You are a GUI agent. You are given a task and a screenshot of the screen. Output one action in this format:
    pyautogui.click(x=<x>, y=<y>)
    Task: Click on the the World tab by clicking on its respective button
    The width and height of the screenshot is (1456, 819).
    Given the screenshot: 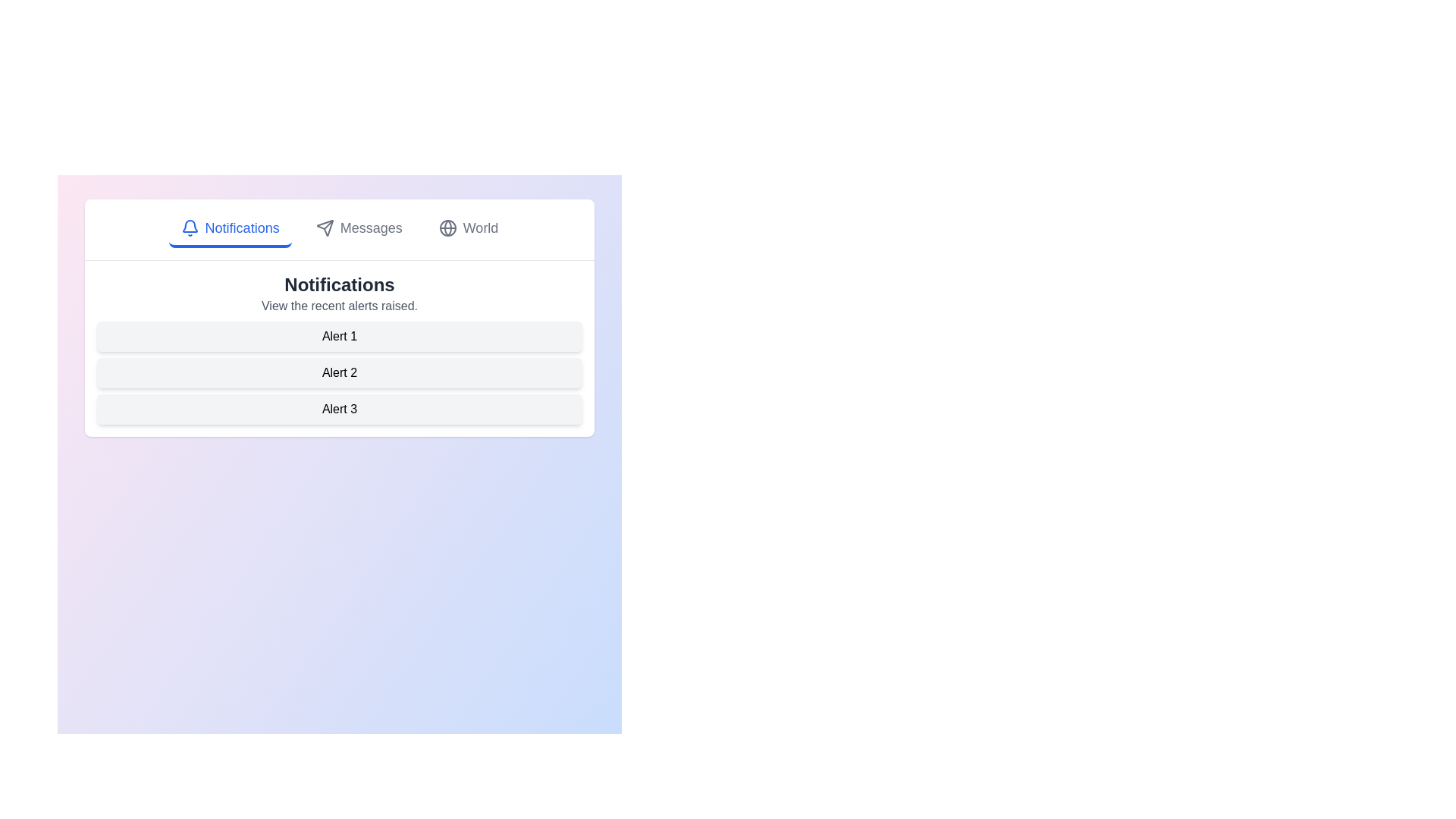 What is the action you would take?
    pyautogui.click(x=468, y=230)
    